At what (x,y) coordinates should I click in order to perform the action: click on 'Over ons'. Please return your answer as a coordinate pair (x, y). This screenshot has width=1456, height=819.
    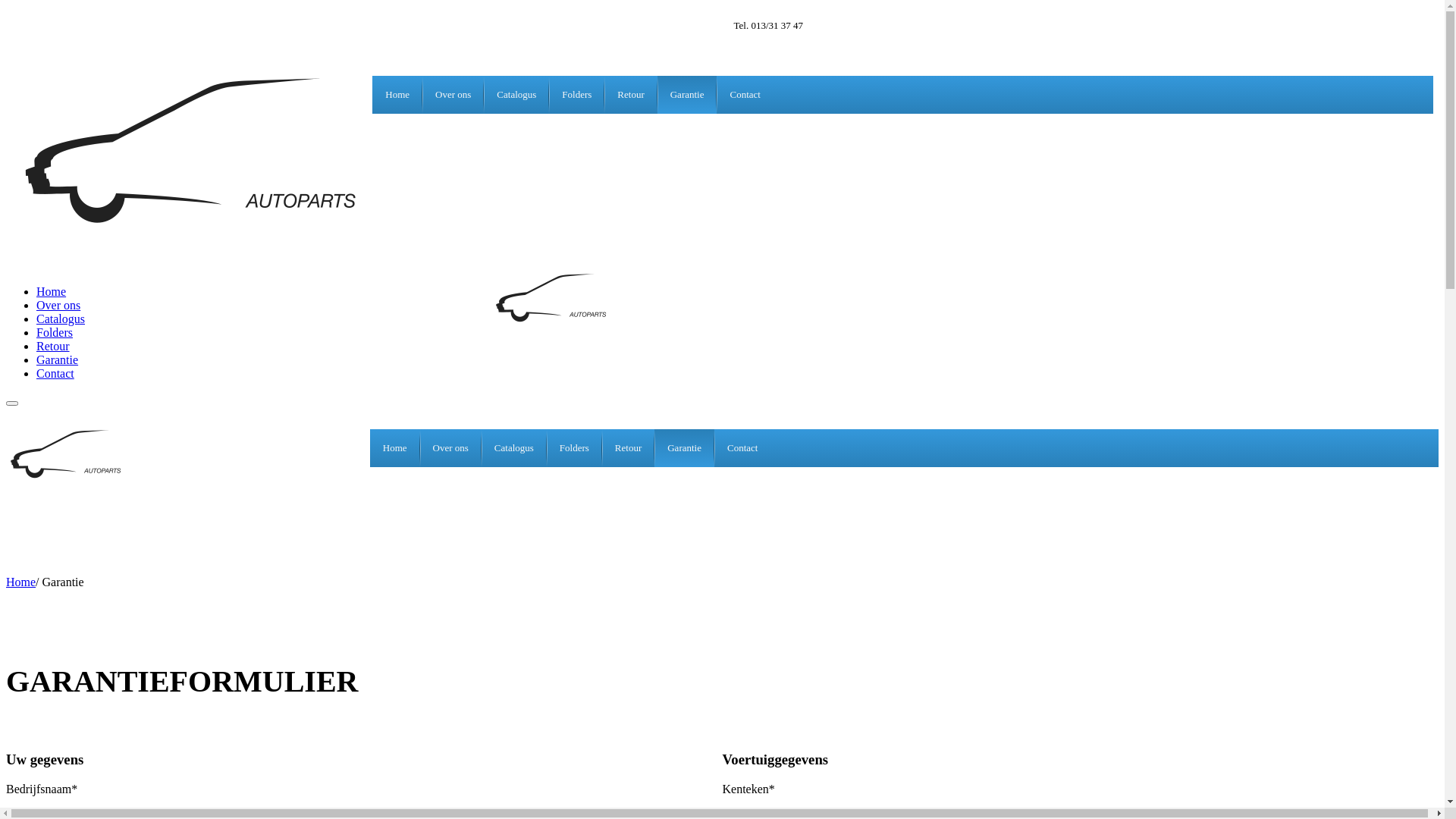
    Looking at the image, I should click on (58, 305).